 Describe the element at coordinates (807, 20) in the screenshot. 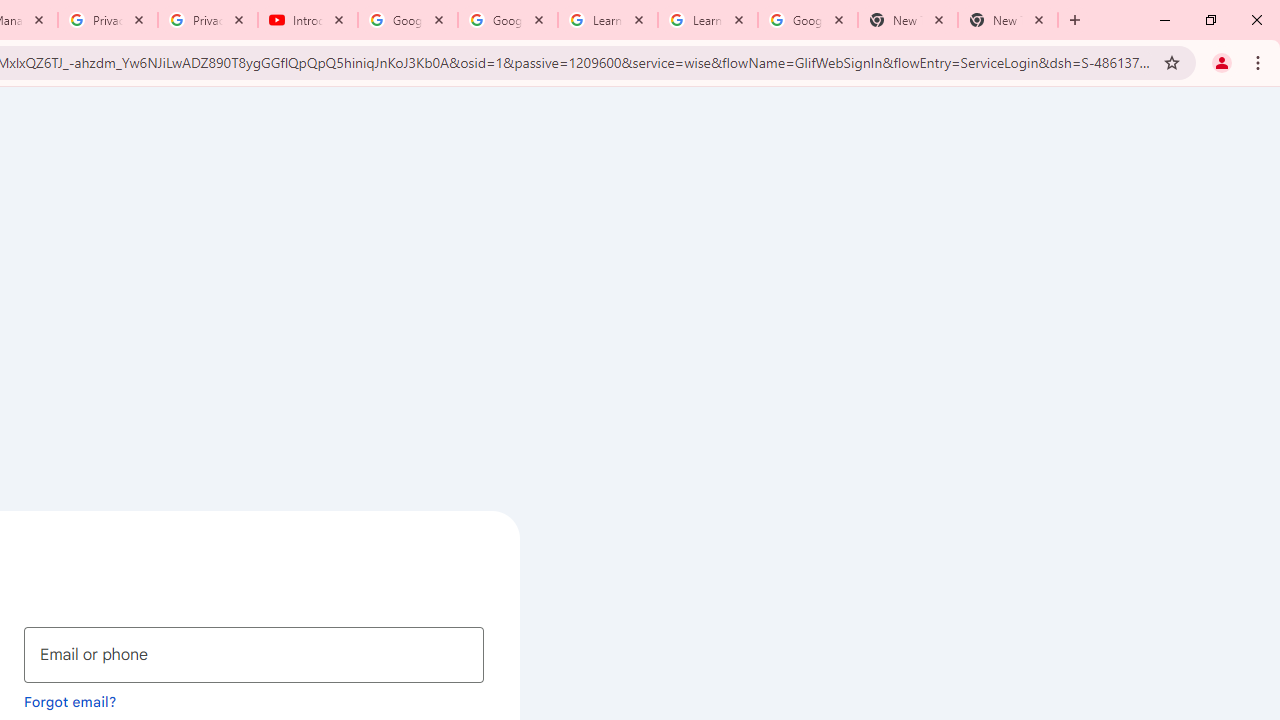

I see `'Google Account'` at that location.